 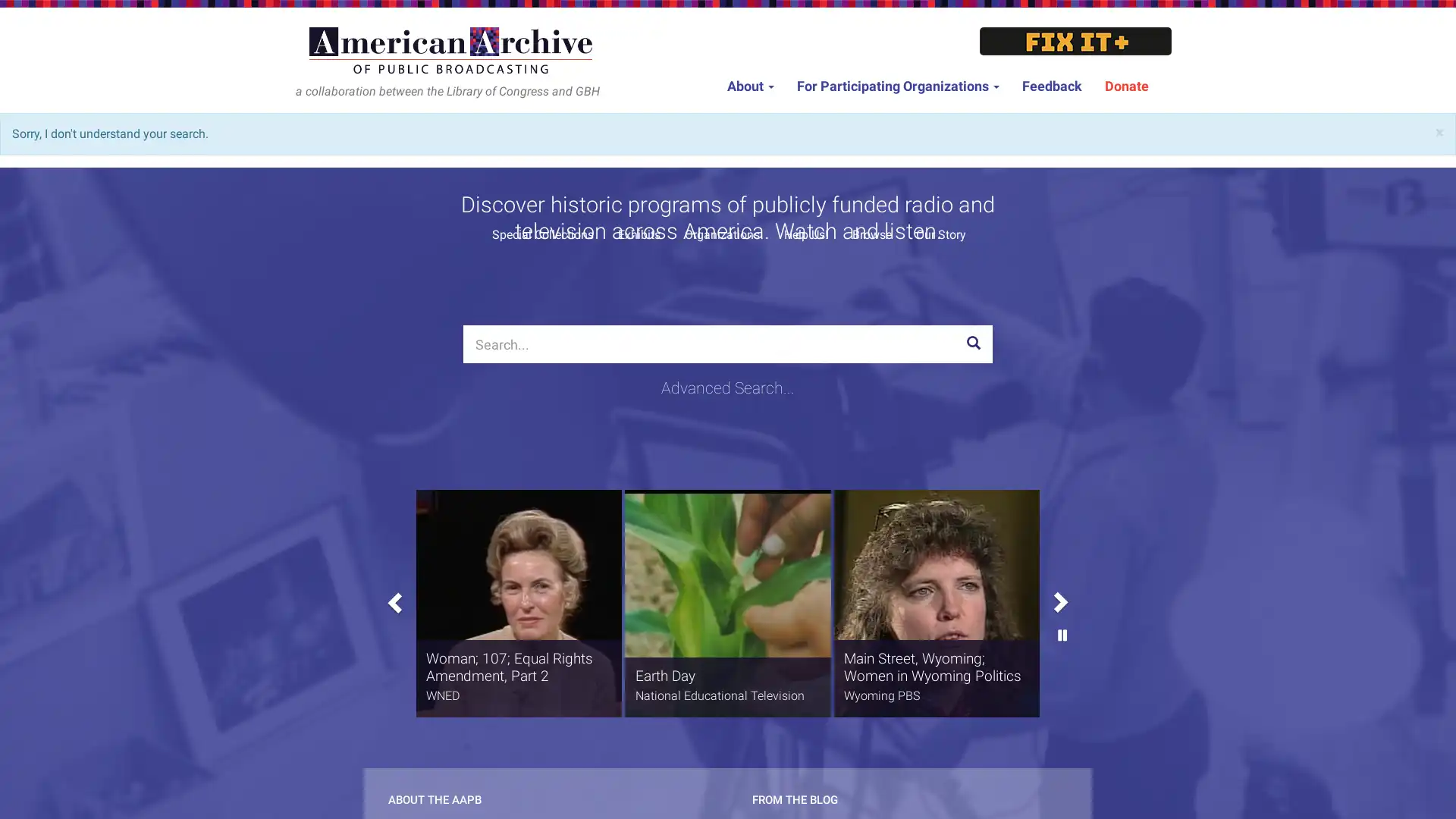 What do you see at coordinates (1062, 538) in the screenshot?
I see `Next` at bounding box center [1062, 538].